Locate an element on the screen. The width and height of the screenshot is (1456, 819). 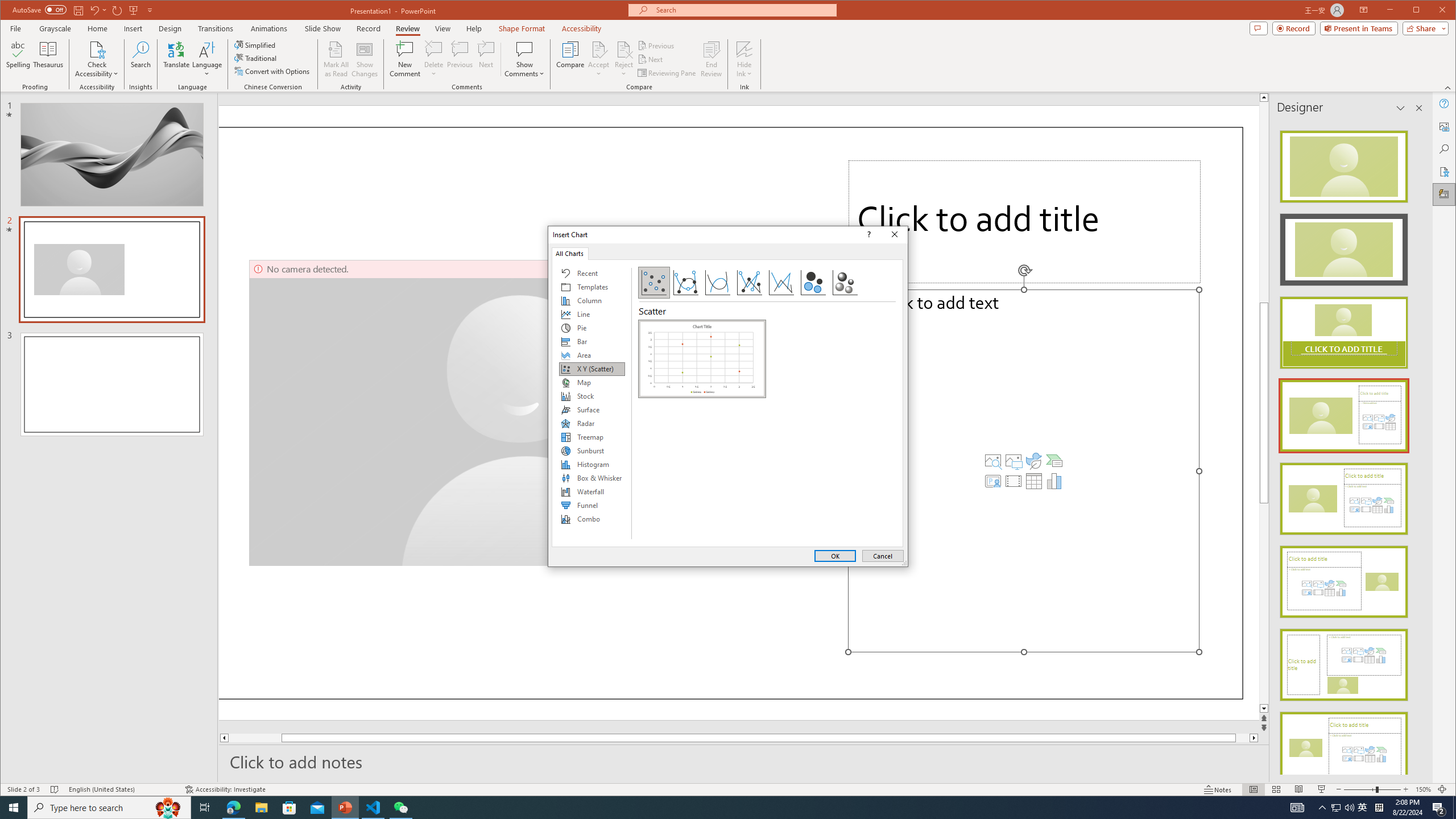
'Search' is located at coordinates (141, 59).